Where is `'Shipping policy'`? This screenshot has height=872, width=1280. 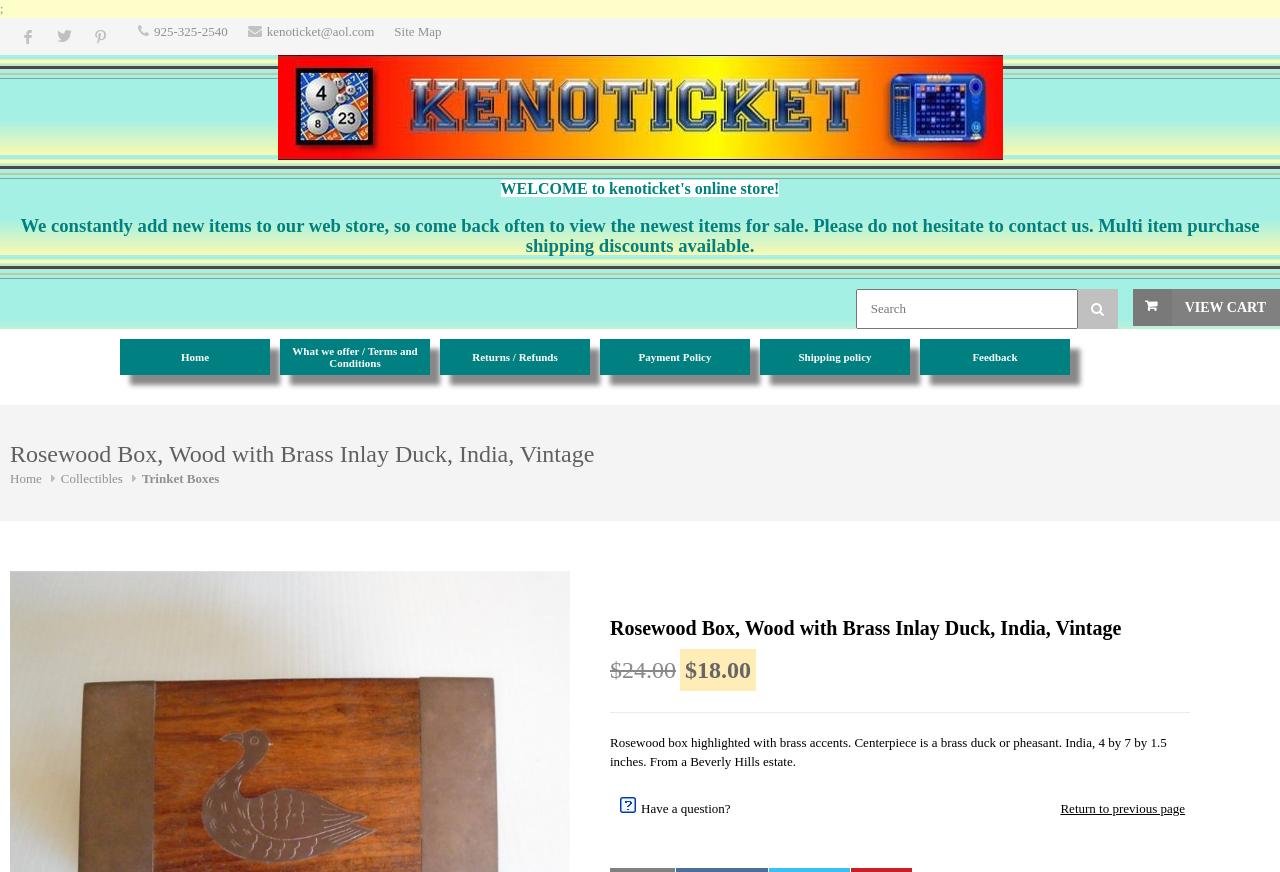
'Shipping policy' is located at coordinates (834, 356).